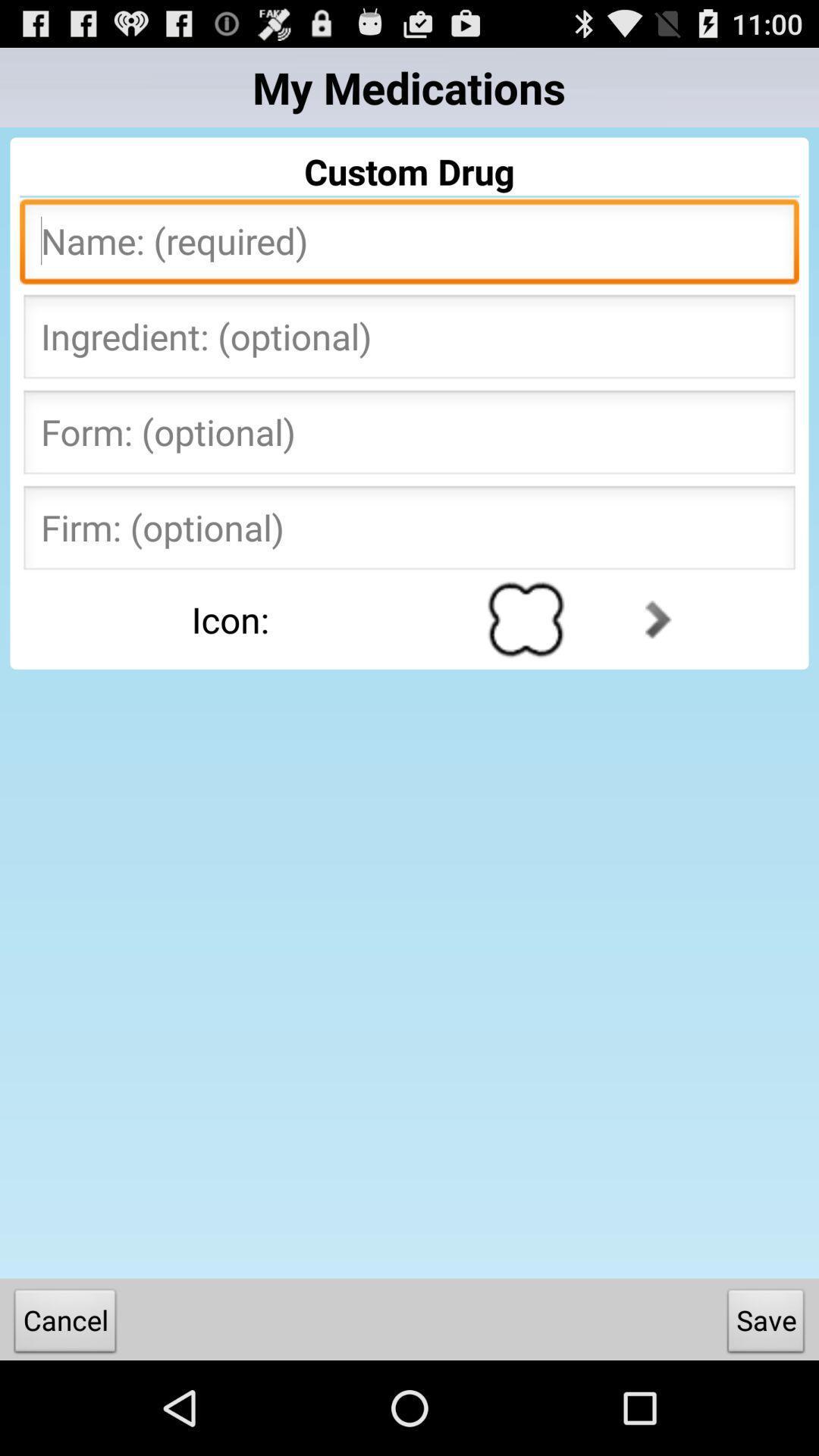  I want to click on ingredient input box, so click(409, 340).